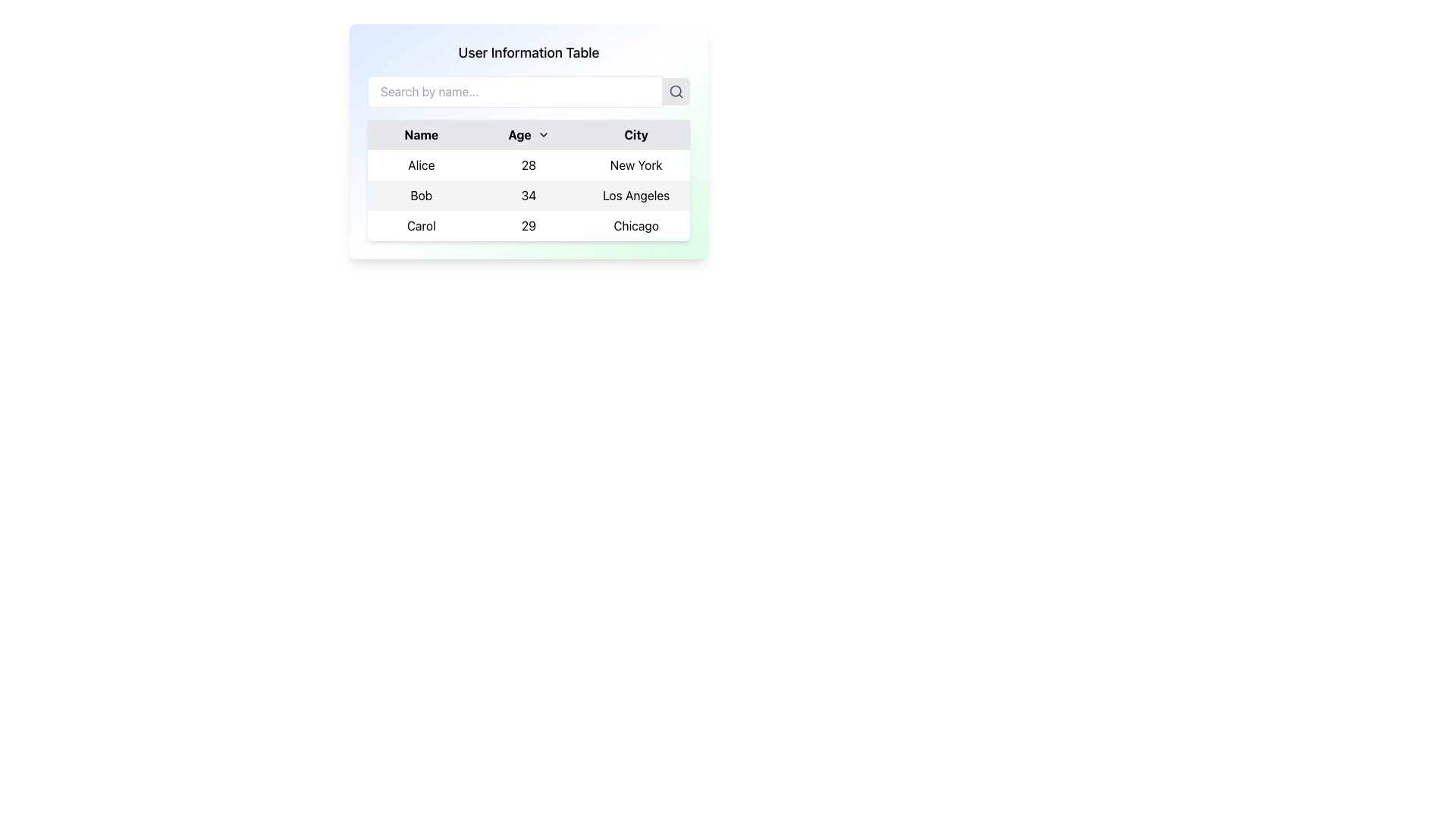  What do you see at coordinates (529, 133) in the screenshot?
I see `the 'Age' label in the Table Header Row to sort the column, which is located between the 'Name' and 'City' columns and features a downward-facing arrow` at bounding box center [529, 133].